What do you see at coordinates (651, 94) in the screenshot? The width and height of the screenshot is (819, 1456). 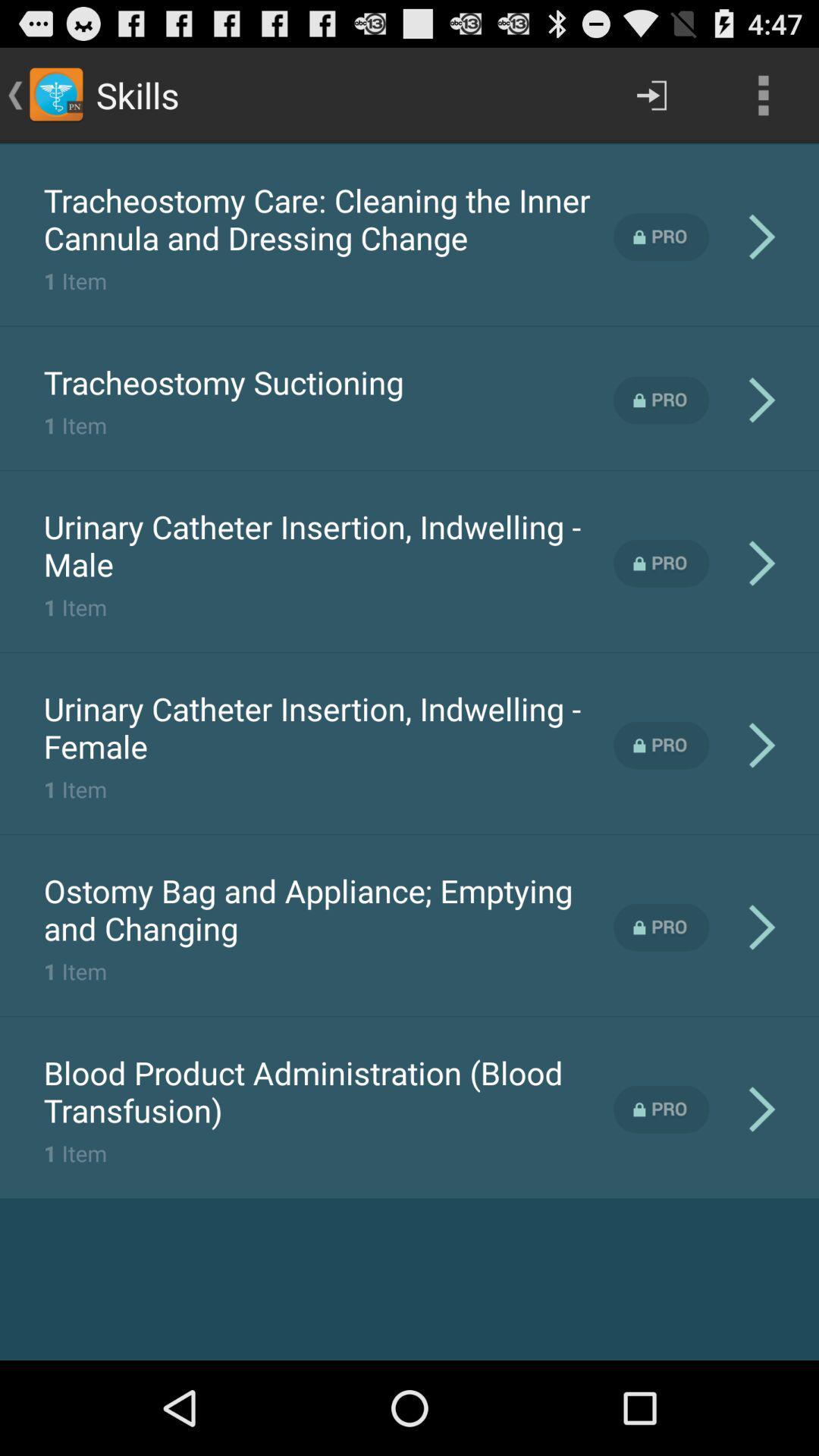 I see `the item next to the skills item` at bounding box center [651, 94].